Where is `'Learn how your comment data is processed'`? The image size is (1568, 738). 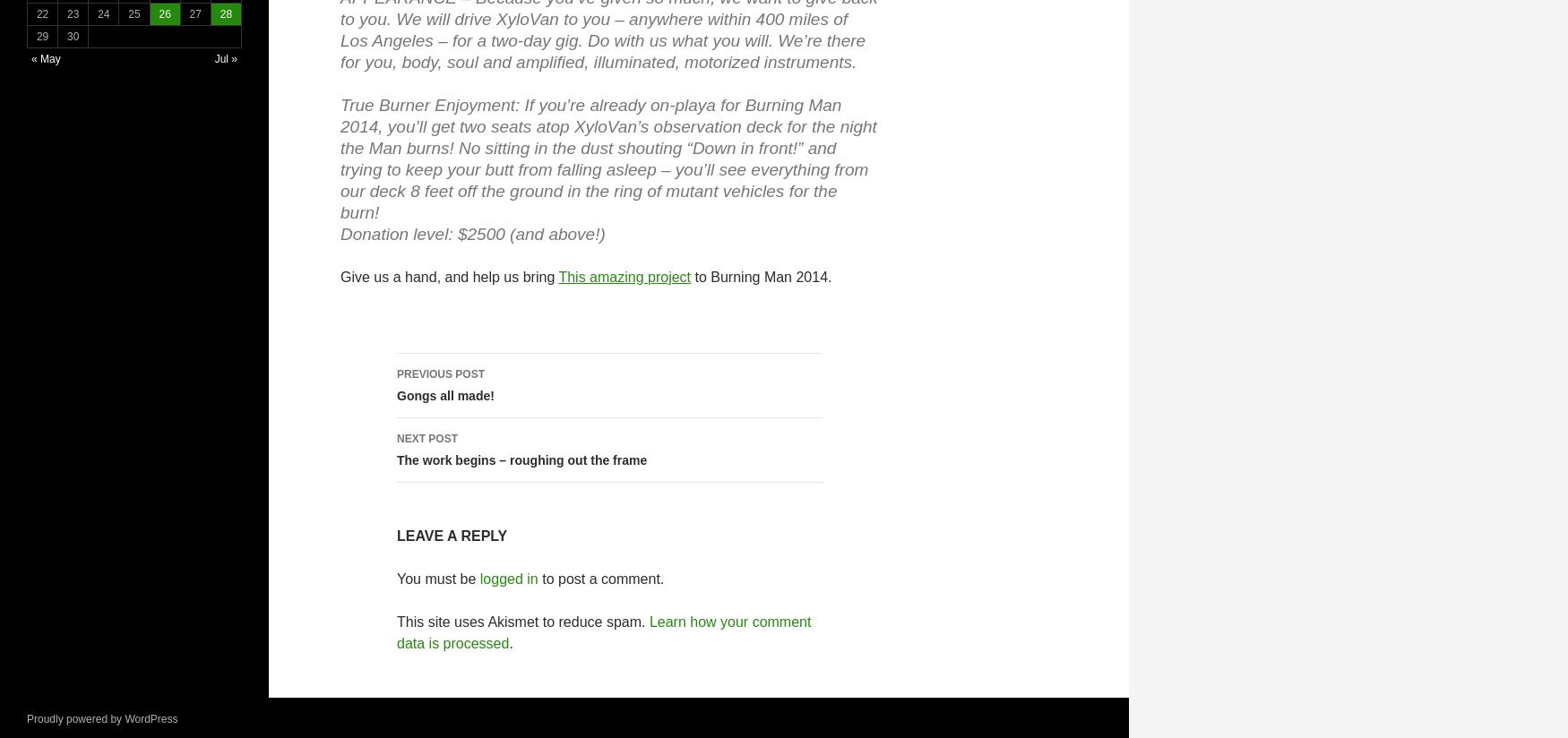
'Learn how your comment data is processed' is located at coordinates (602, 631).